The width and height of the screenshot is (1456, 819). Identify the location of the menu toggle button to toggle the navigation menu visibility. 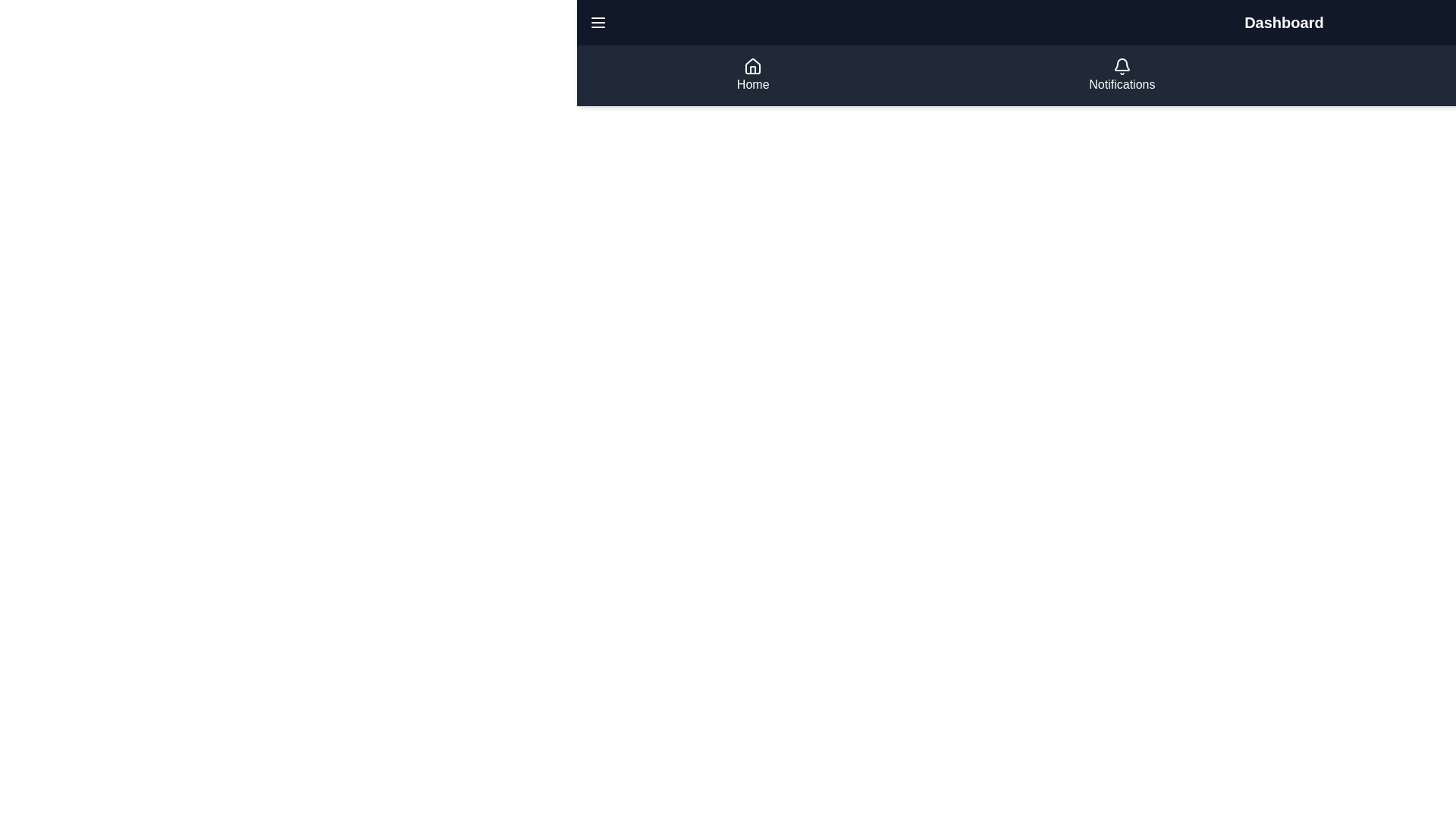
(597, 23).